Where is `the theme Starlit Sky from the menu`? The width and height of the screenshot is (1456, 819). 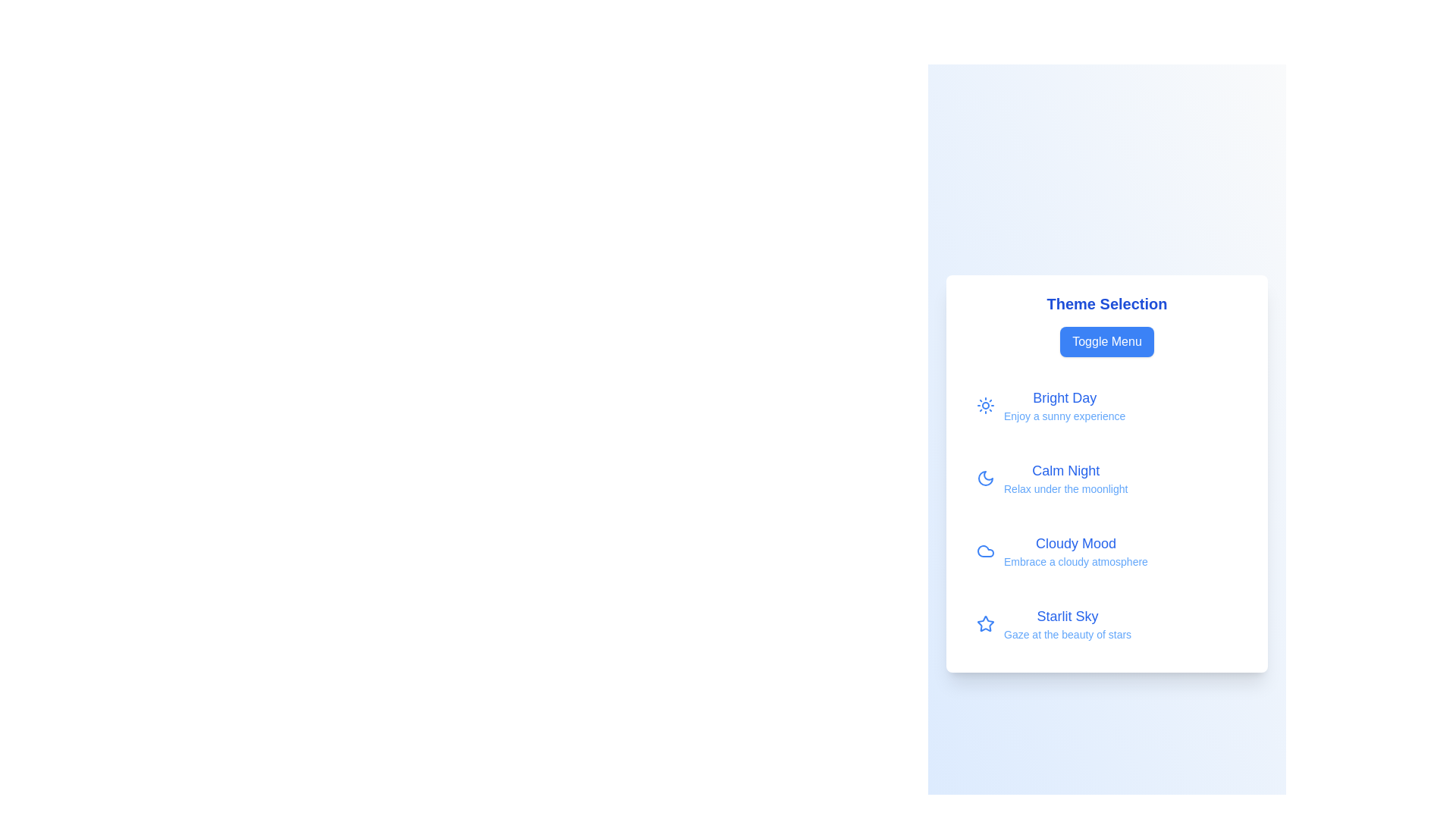 the theme Starlit Sky from the menu is located at coordinates (1106, 623).